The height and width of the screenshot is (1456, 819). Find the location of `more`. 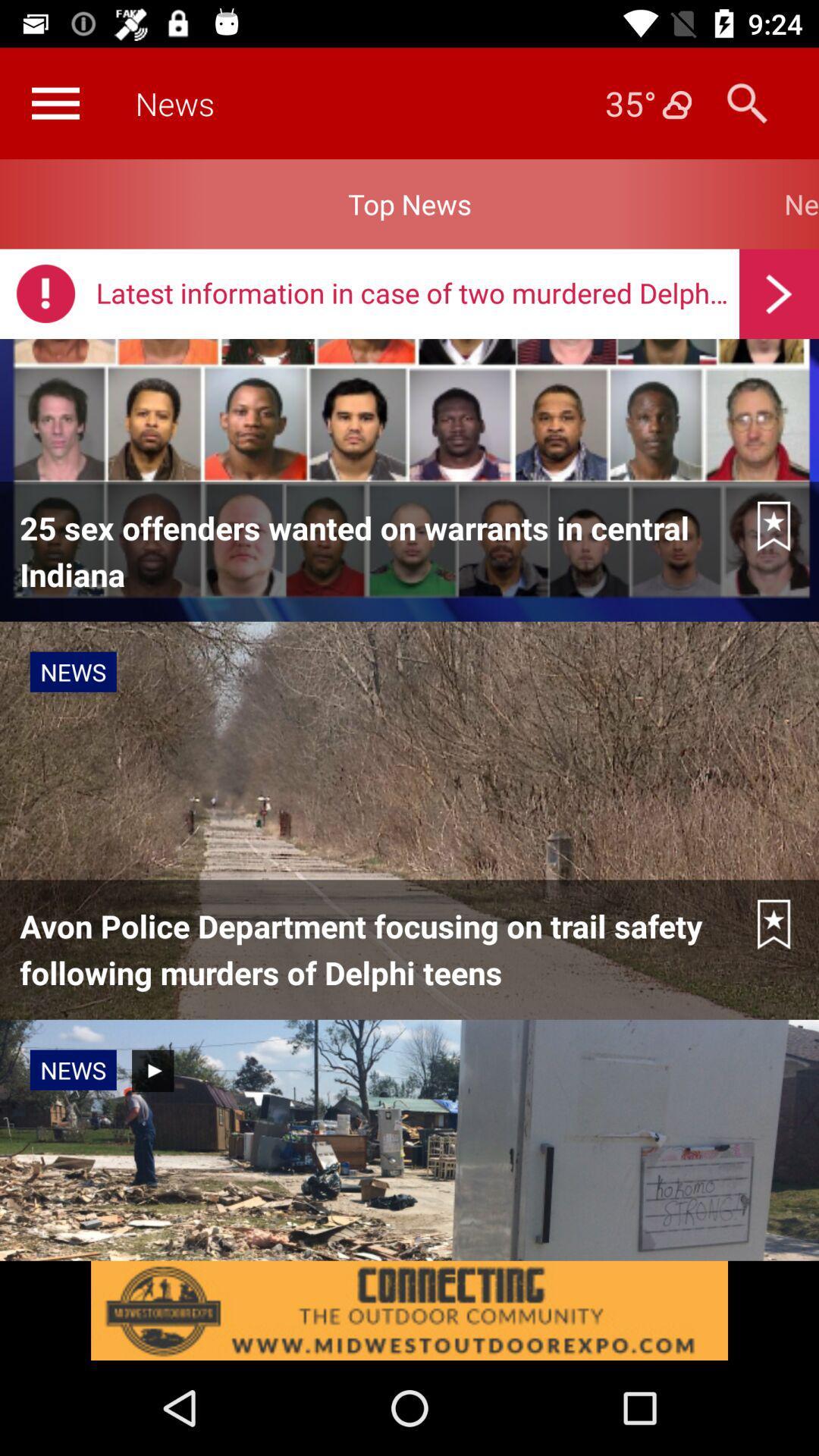

more is located at coordinates (55, 102).